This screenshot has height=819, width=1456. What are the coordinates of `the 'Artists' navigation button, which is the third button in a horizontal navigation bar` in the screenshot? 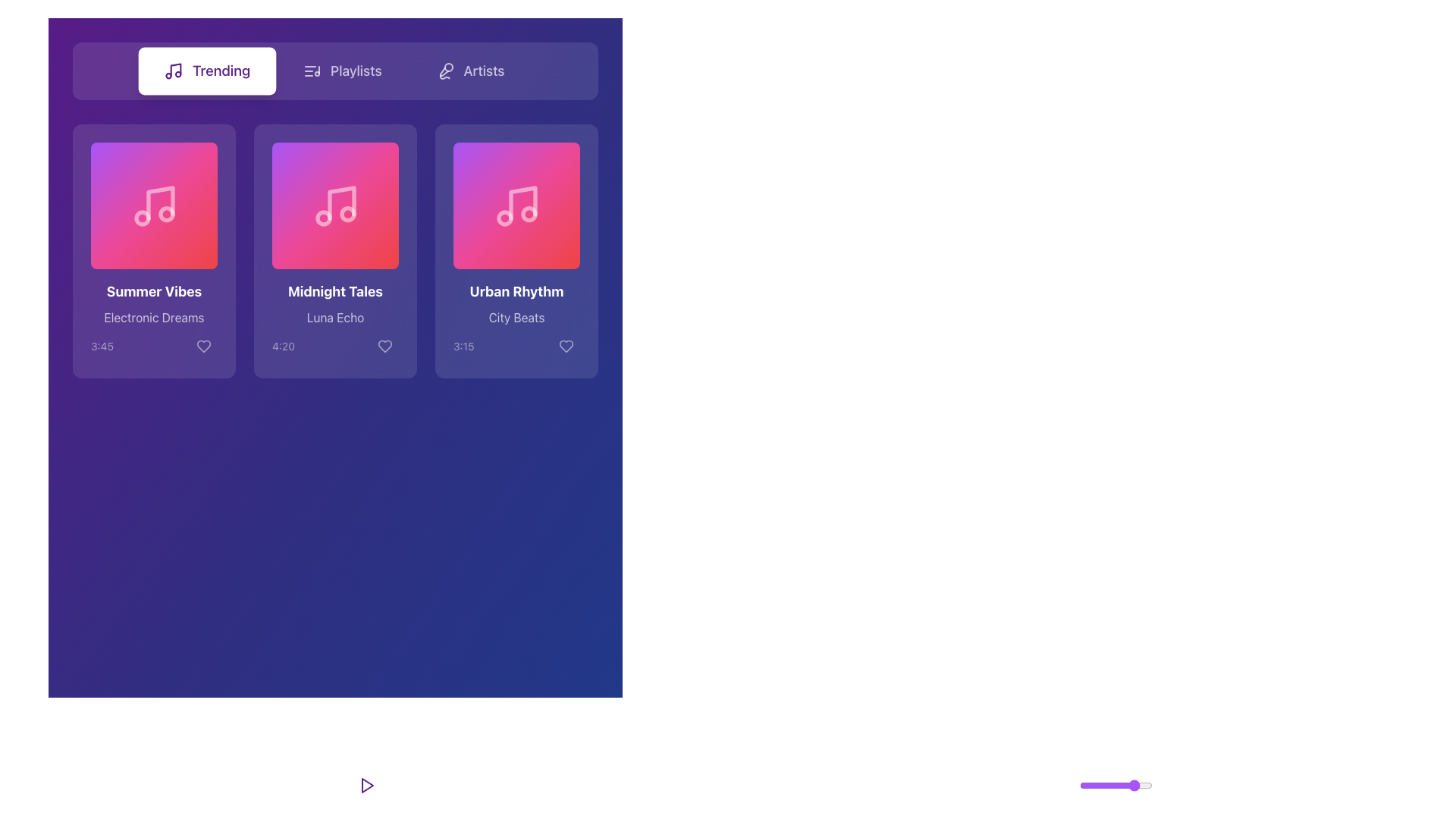 It's located at (469, 71).